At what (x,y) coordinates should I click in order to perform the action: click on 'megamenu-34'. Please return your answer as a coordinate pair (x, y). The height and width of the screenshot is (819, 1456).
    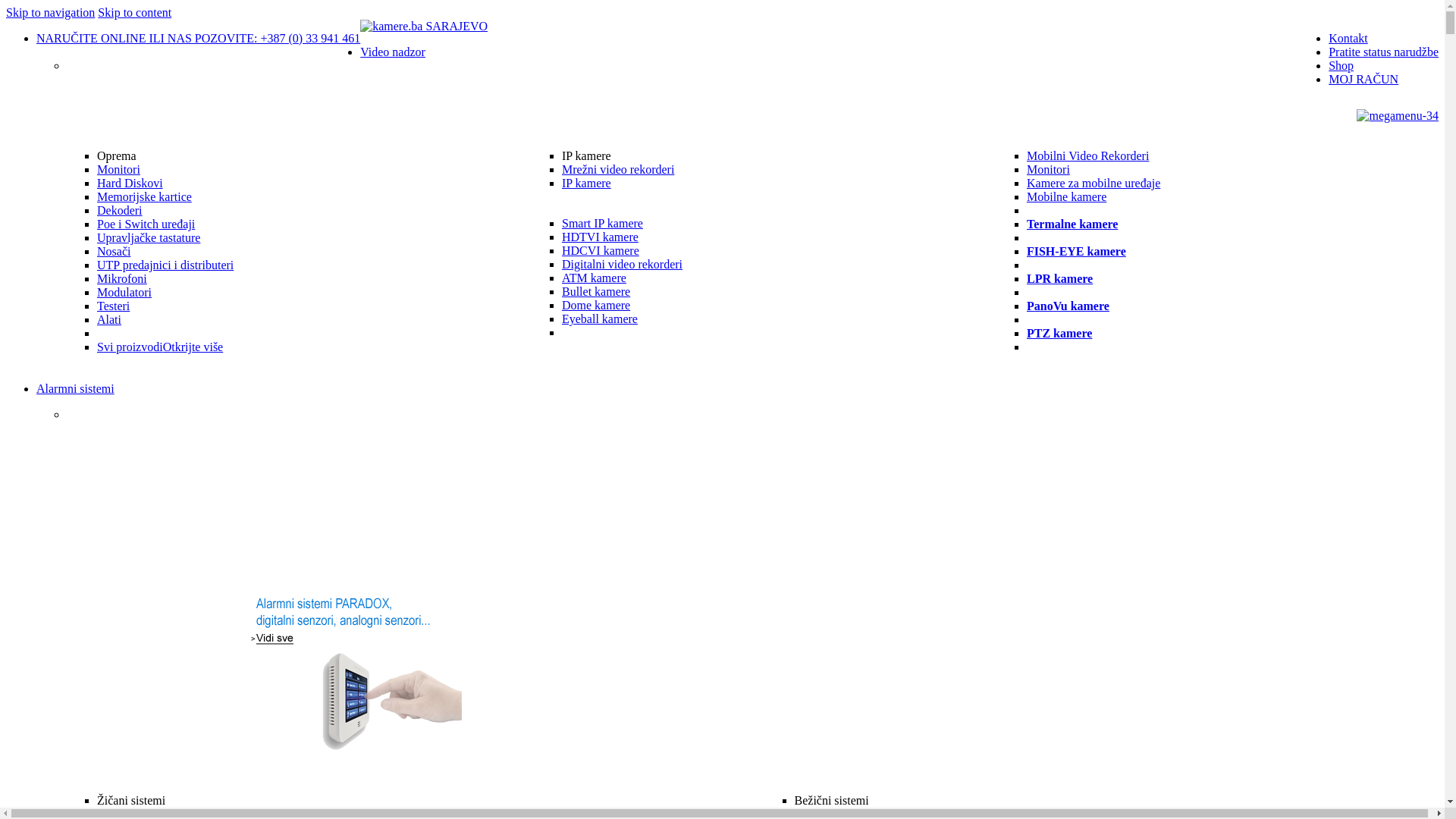
    Looking at the image, I should click on (1397, 115).